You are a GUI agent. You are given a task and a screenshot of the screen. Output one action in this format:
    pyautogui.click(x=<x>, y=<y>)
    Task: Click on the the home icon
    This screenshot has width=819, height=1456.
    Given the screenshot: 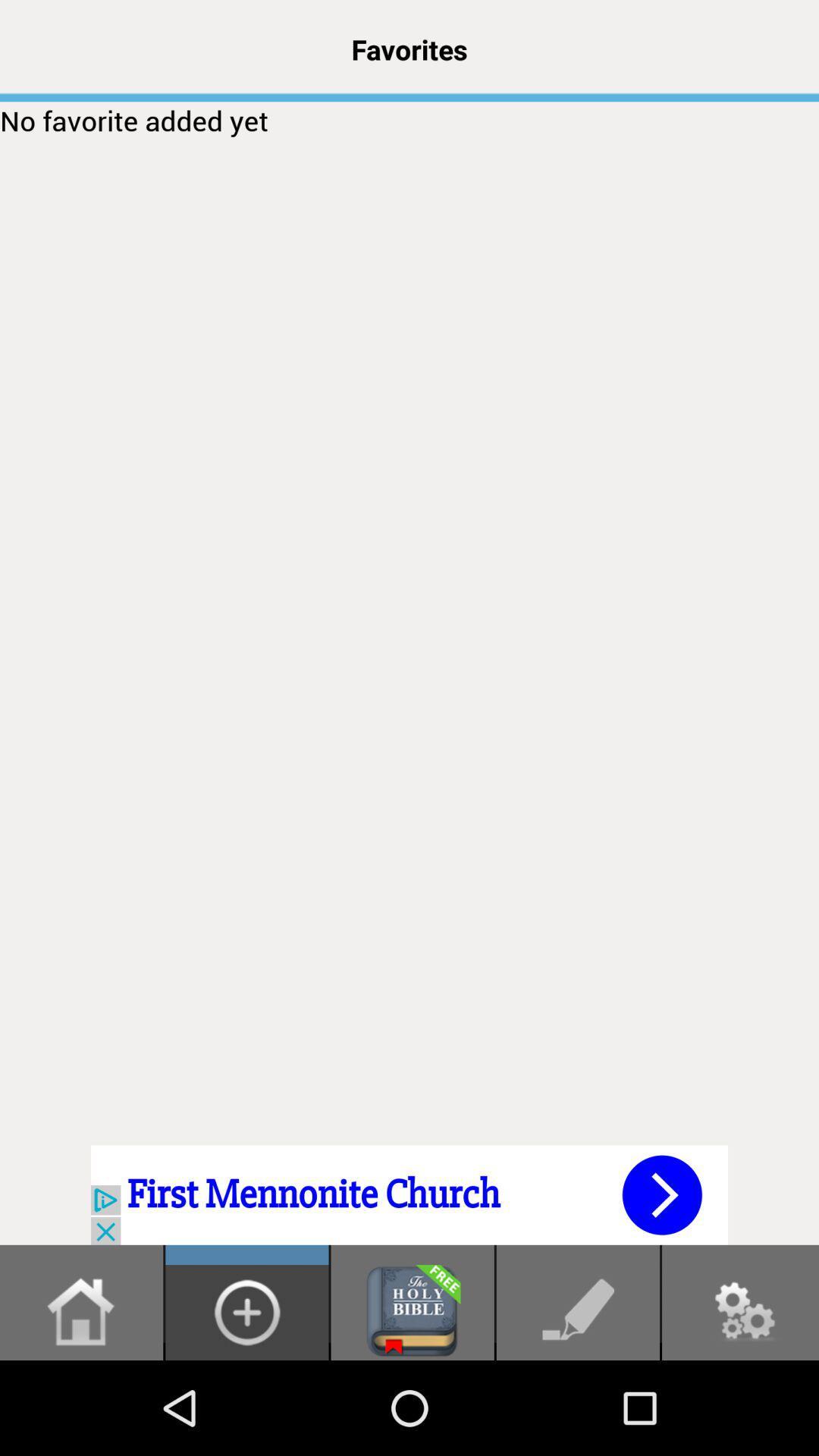 What is the action you would take?
    pyautogui.click(x=81, y=1404)
    